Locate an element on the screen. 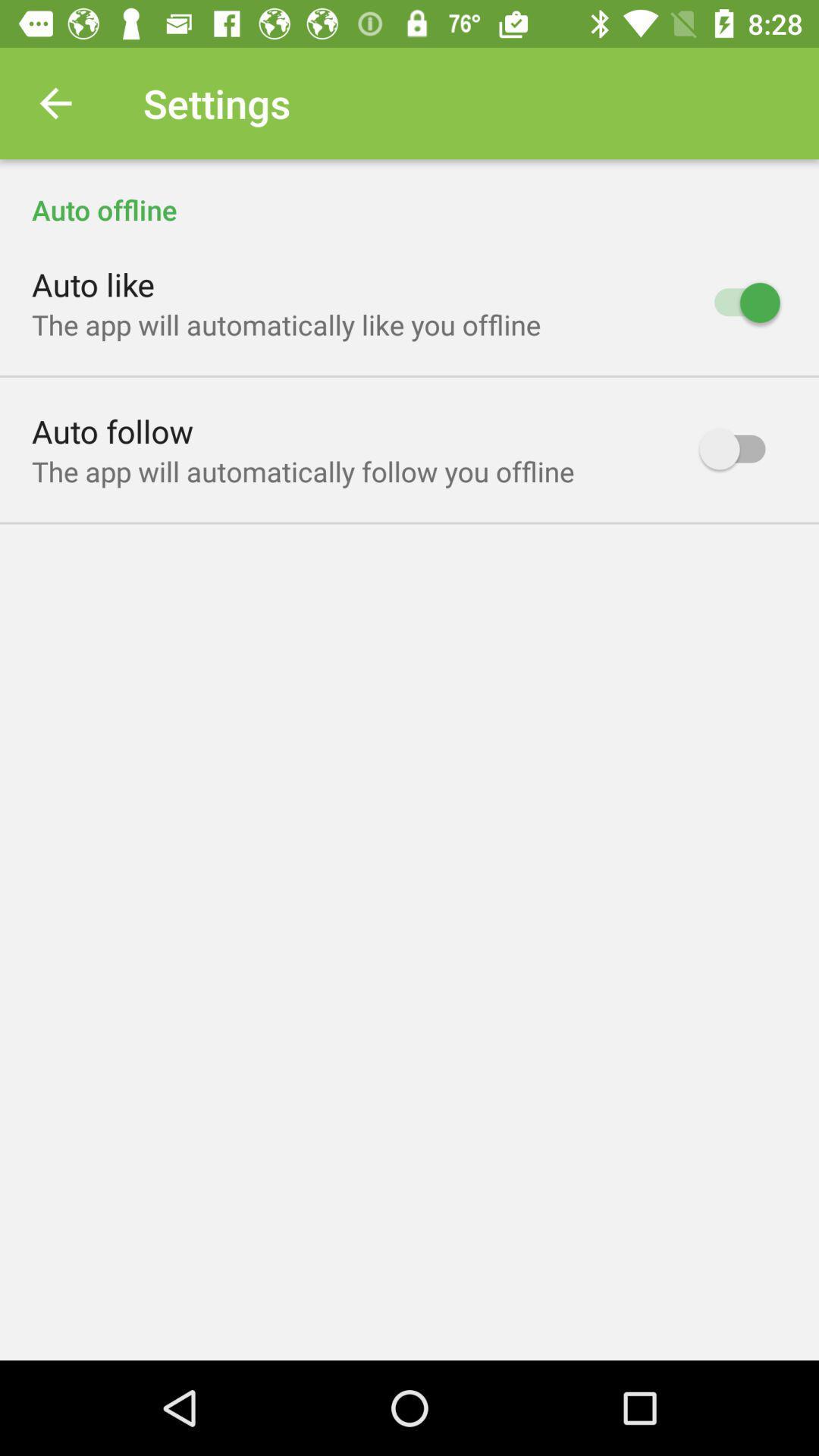 The width and height of the screenshot is (819, 1456). the auto follow item is located at coordinates (111, 430).